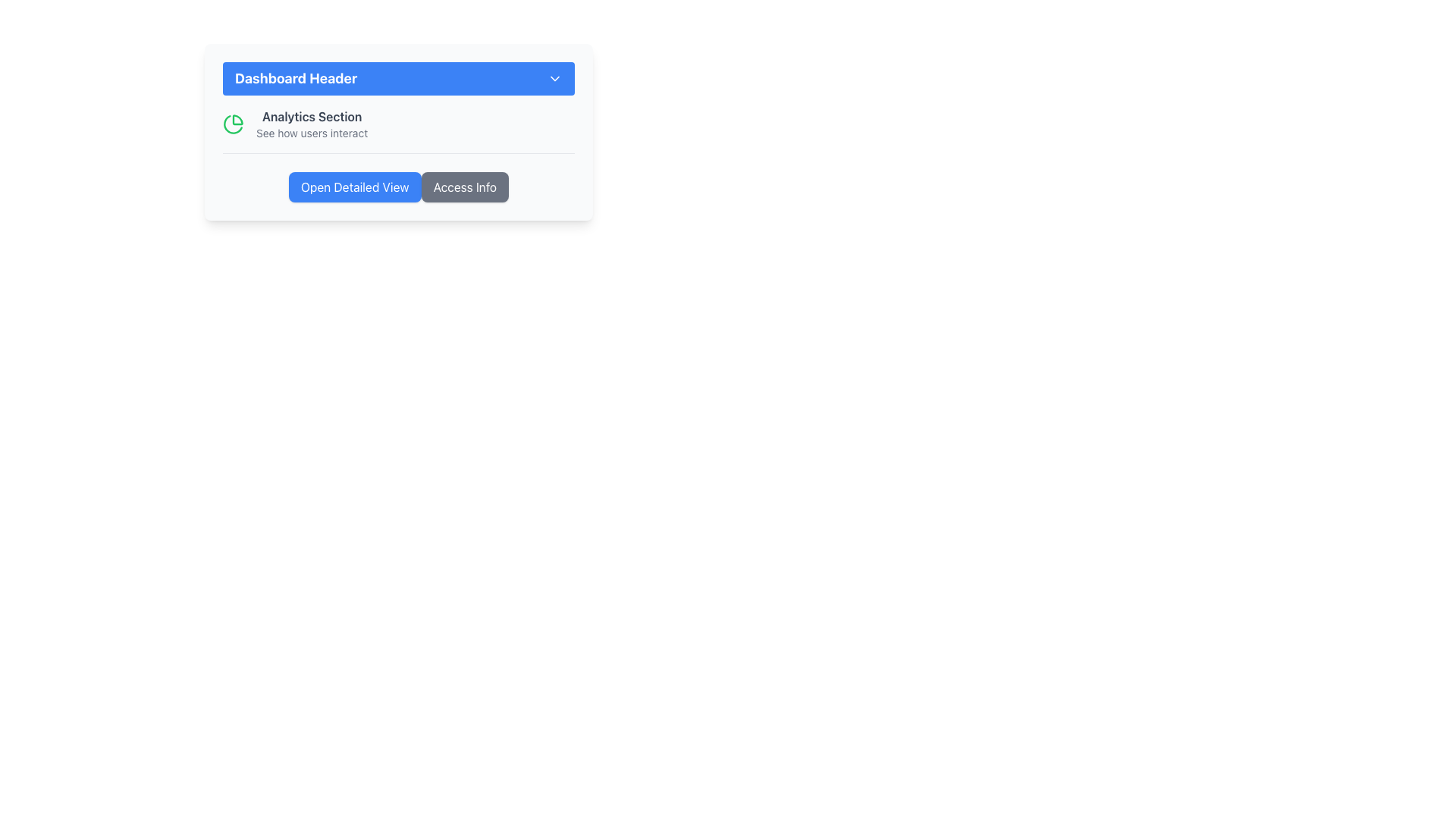 The width and height of the screenshot is (1456, 819). Describe the element at coordinates (311, 133) in the screenshot. I see `the descriptive label text element providing supplementary information about the 'Analytics Section', located in the middle of the interface under the heading 'Analytics Section'` at that location.